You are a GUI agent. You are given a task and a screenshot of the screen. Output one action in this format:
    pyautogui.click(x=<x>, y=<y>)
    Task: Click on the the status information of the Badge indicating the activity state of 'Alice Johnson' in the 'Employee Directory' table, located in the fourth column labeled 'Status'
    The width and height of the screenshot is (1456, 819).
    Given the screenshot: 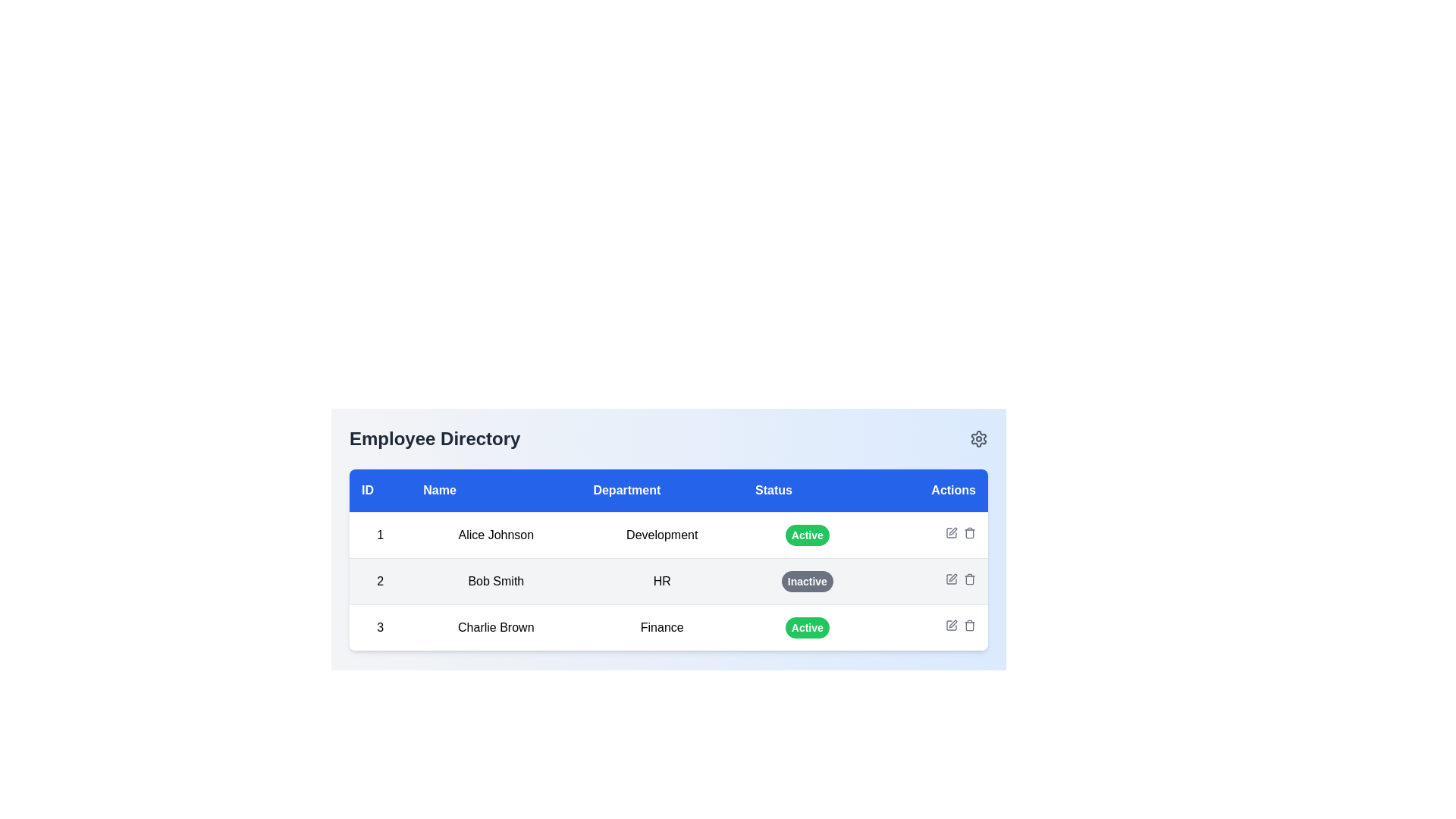 What is the action you would take?
    pyautogui.click(x=806, y=534)
    